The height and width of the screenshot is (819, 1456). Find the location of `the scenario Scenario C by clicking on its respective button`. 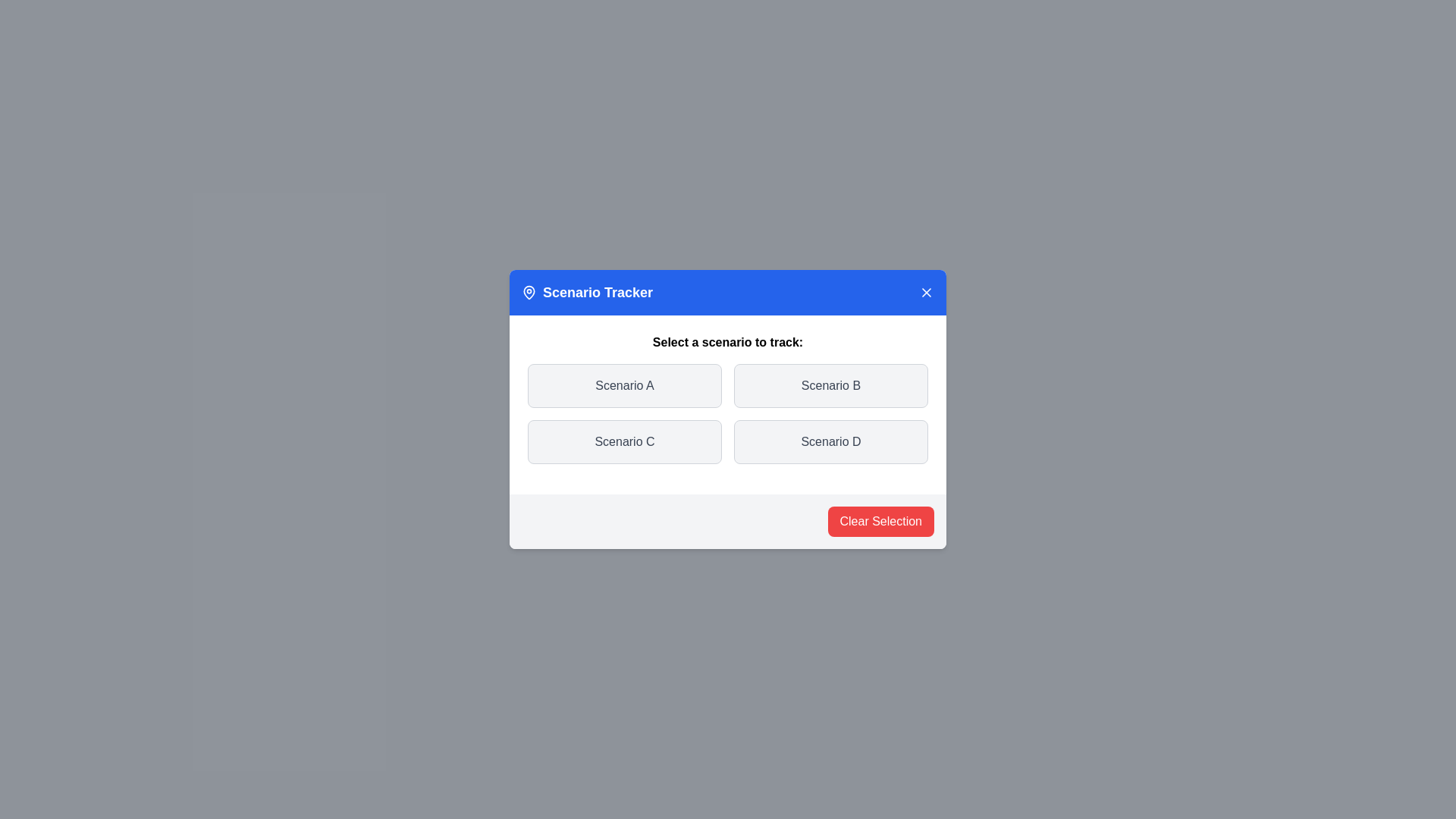

the scenario Scenario C by clicking on its respective button is located at coordinates (625, 441).